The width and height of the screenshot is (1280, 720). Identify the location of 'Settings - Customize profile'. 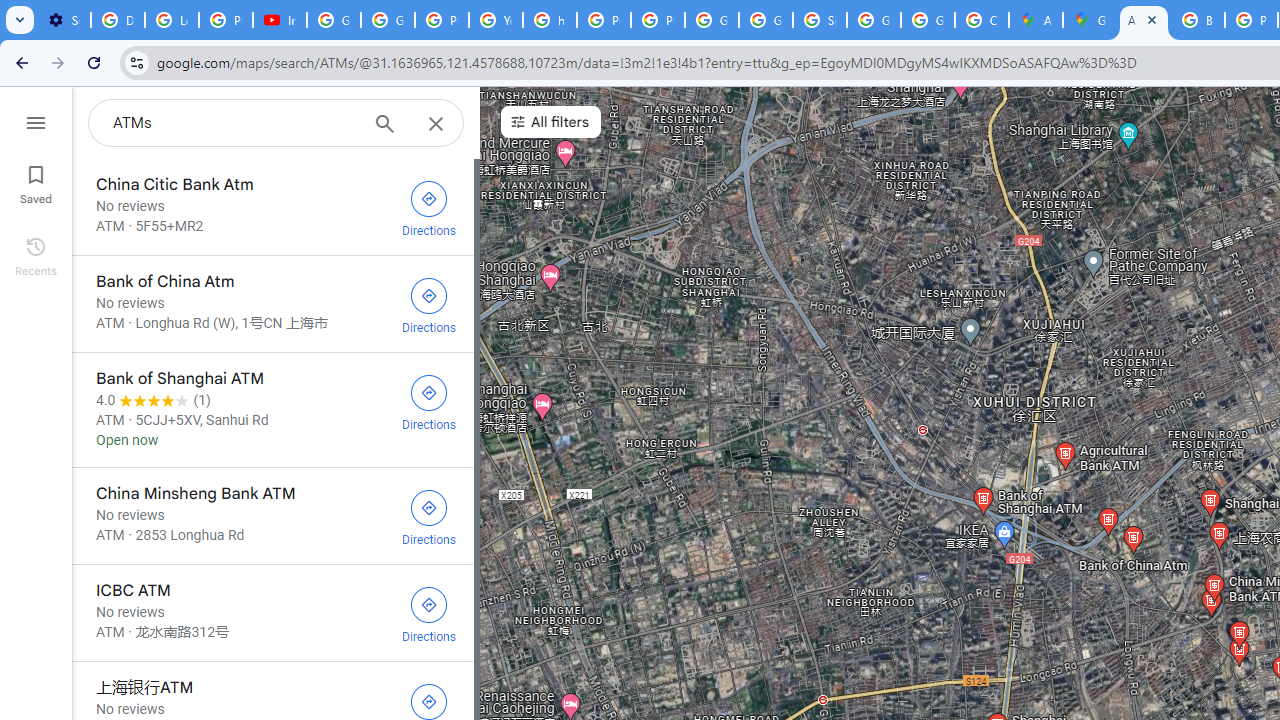
(64, 20).